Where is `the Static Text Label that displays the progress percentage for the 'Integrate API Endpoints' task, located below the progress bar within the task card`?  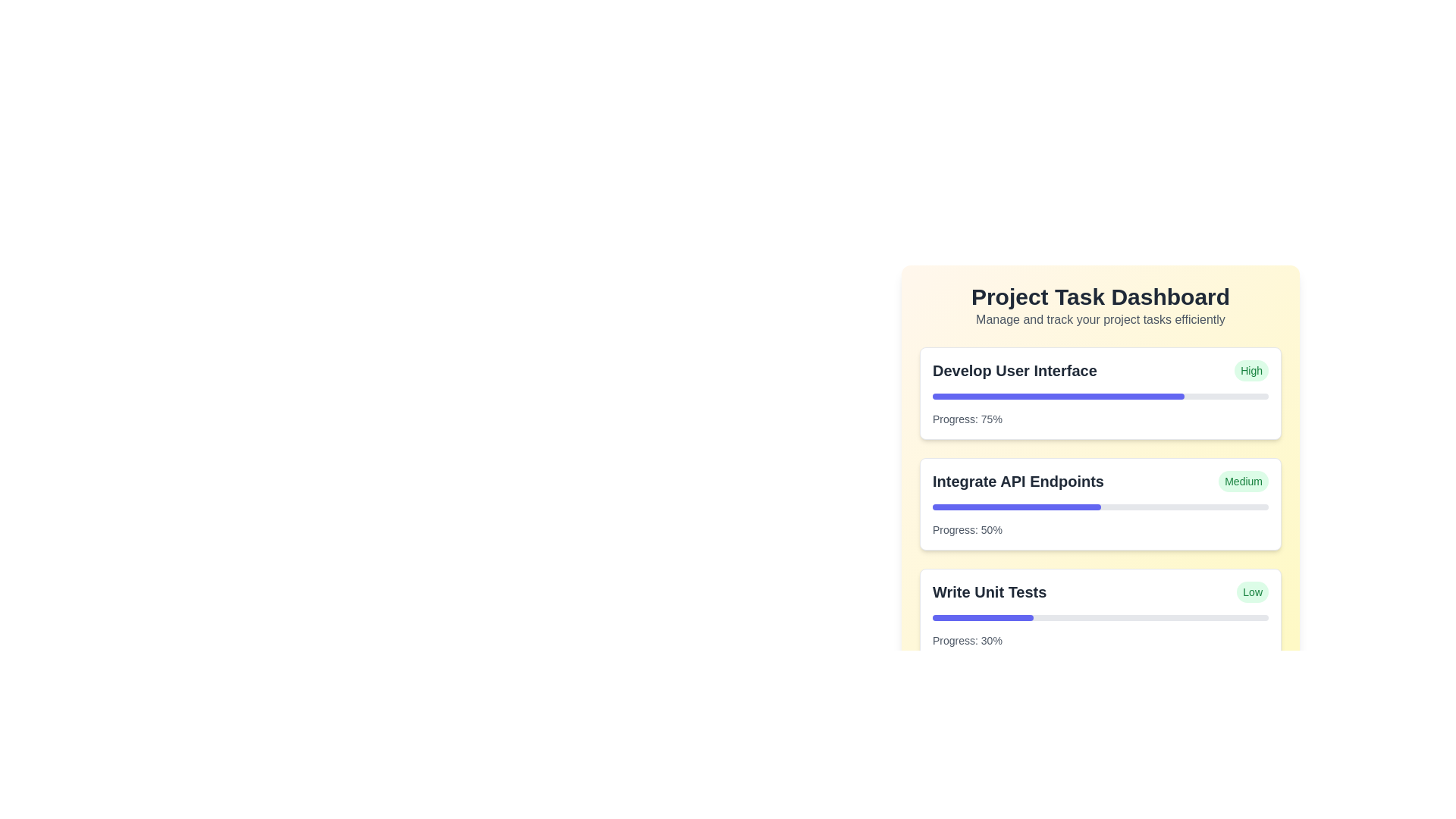 the Static Text Label that displays the progress percentage for the 'Integrate API Endpoints' task, located below the progress bar within the task card is located at coordinates (966, 529).